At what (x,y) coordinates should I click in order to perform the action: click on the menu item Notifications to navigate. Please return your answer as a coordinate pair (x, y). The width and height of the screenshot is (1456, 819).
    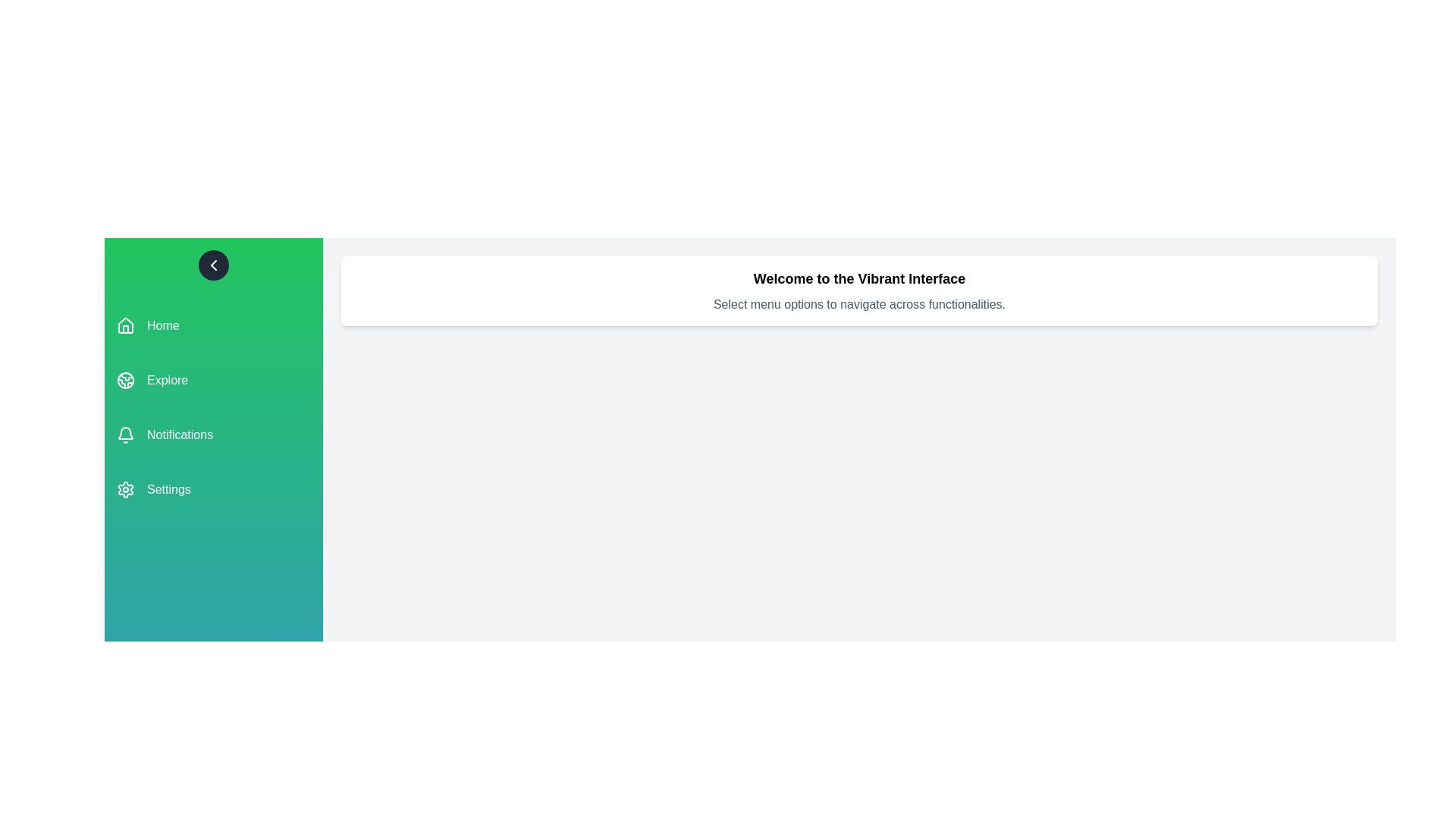
    Looking at the image, I should click on (213, 435).